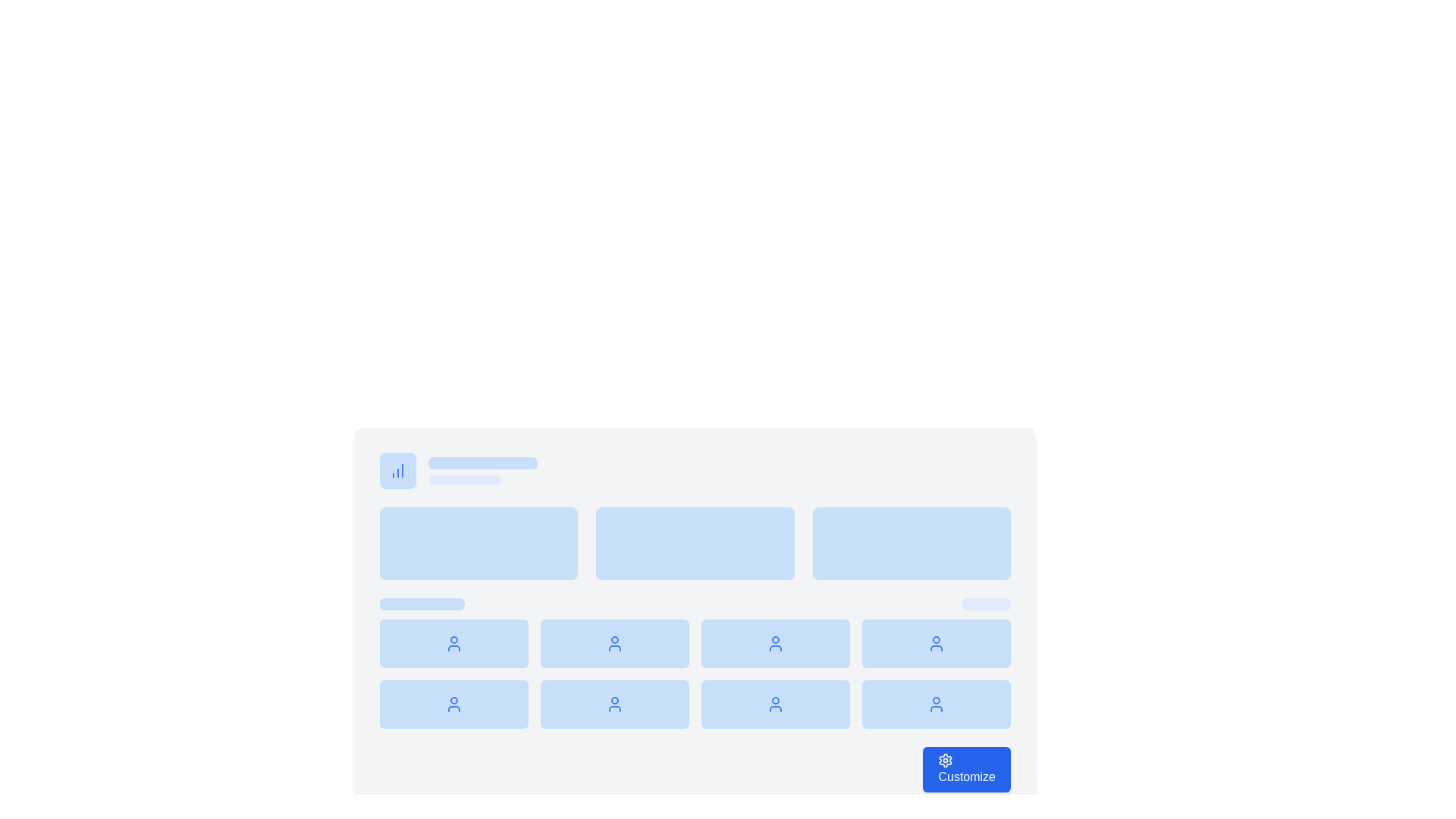 The image size is (1456, 819). Describe the element at coordinates (775, 704) in the screenshot. I see `the user profile widget located in the fourth column of the fourth row for reordering` at that location.